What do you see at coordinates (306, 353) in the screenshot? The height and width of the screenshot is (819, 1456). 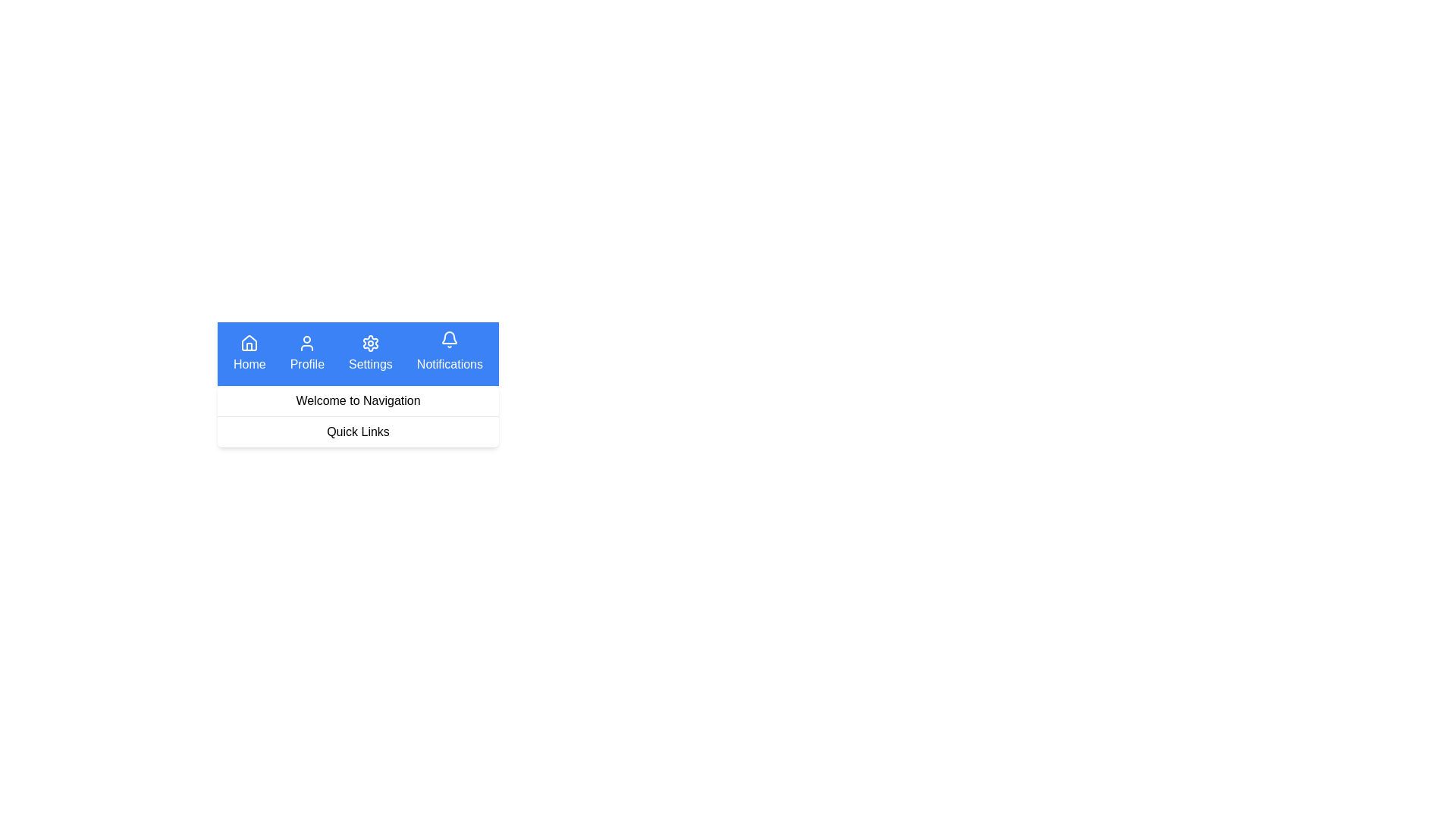 I see `the Profile navigation button` at bounding box center [306, 353].